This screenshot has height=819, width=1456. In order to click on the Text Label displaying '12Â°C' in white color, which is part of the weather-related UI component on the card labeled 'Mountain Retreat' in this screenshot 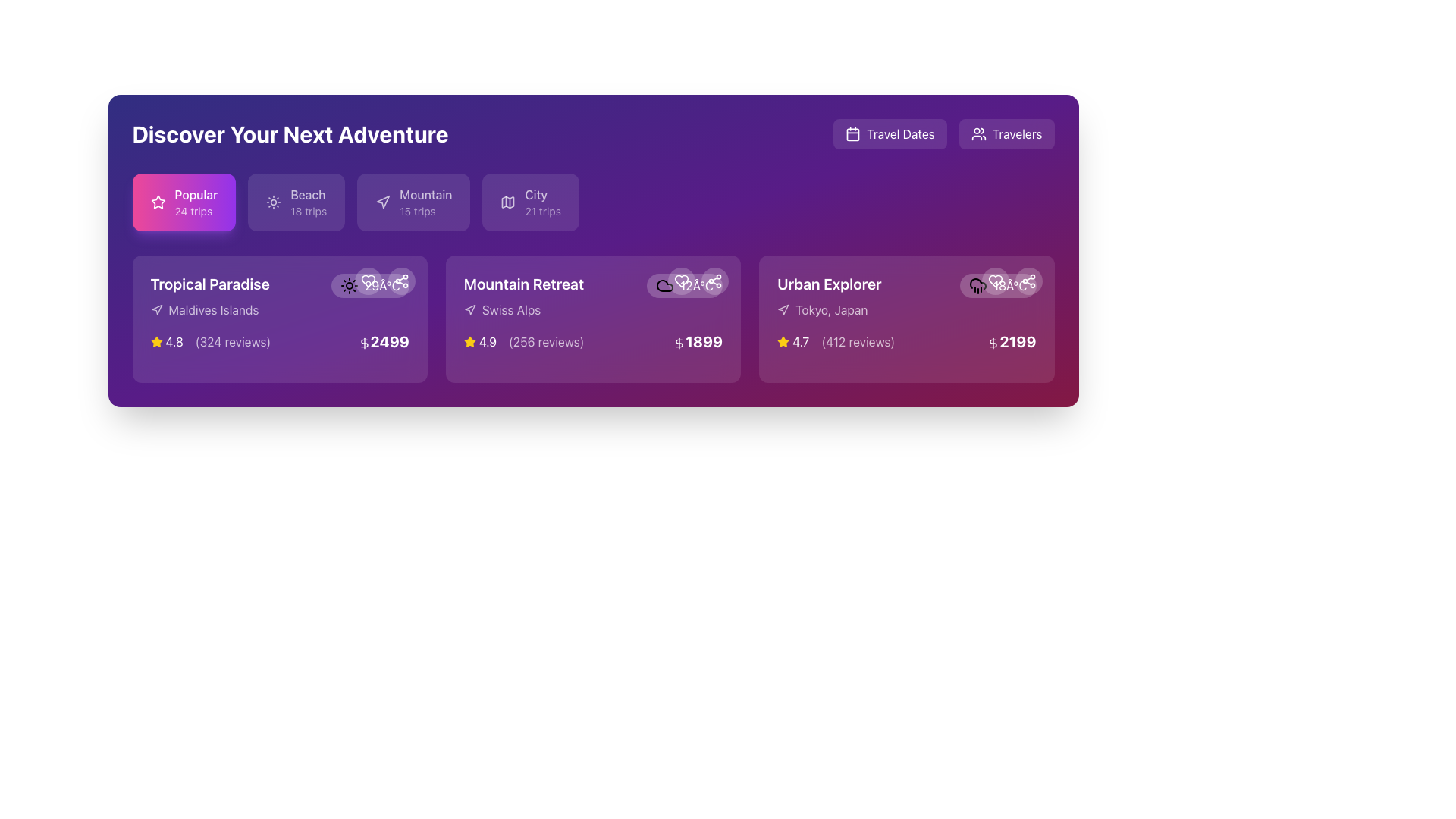, I will do `click(696, 286)`.